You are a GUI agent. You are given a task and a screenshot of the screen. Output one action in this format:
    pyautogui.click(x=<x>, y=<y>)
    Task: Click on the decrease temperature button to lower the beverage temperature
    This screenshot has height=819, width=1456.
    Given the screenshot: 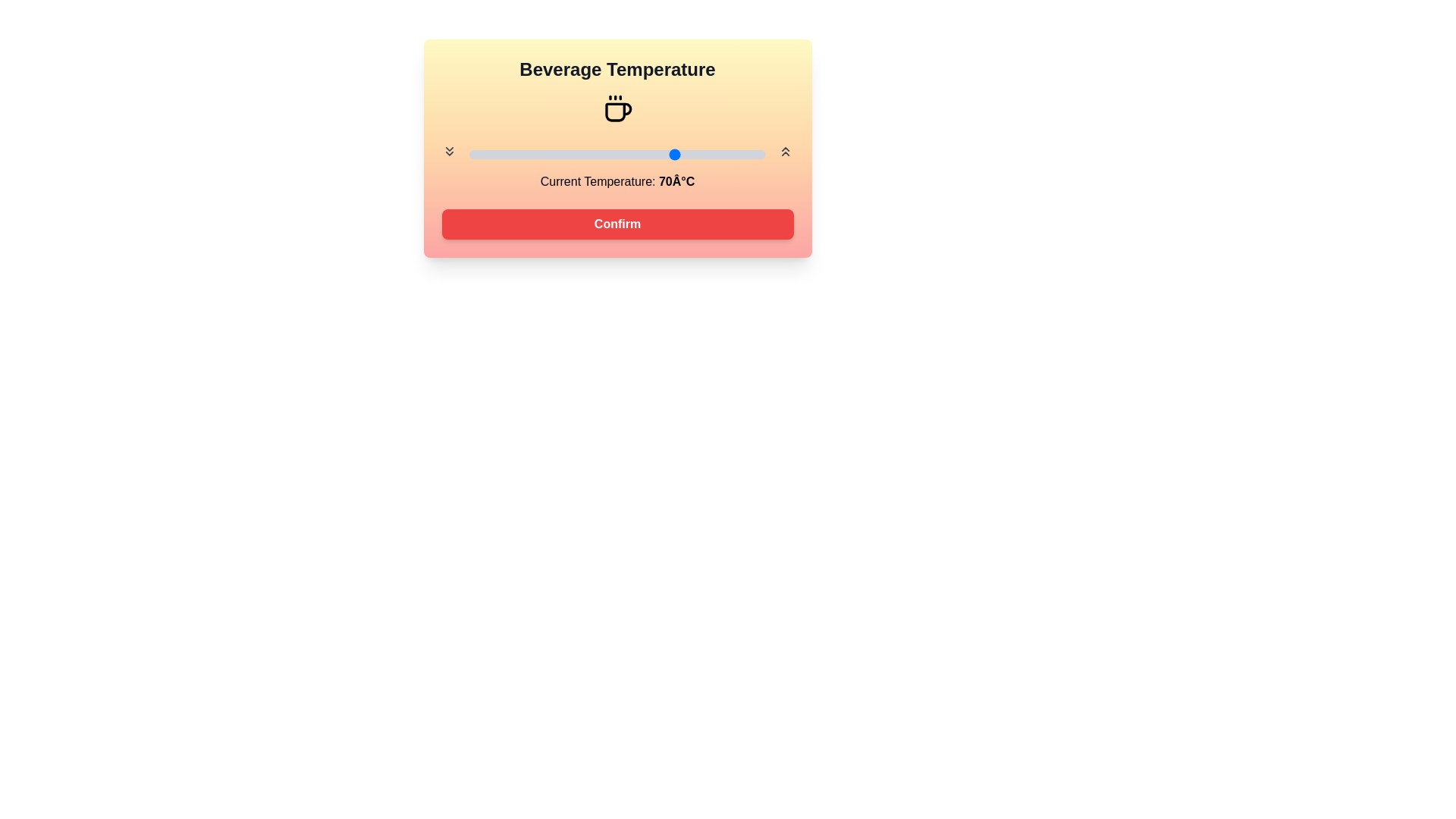 What is the action you would take?
    pyautogui.click(x=448, y=152)
    